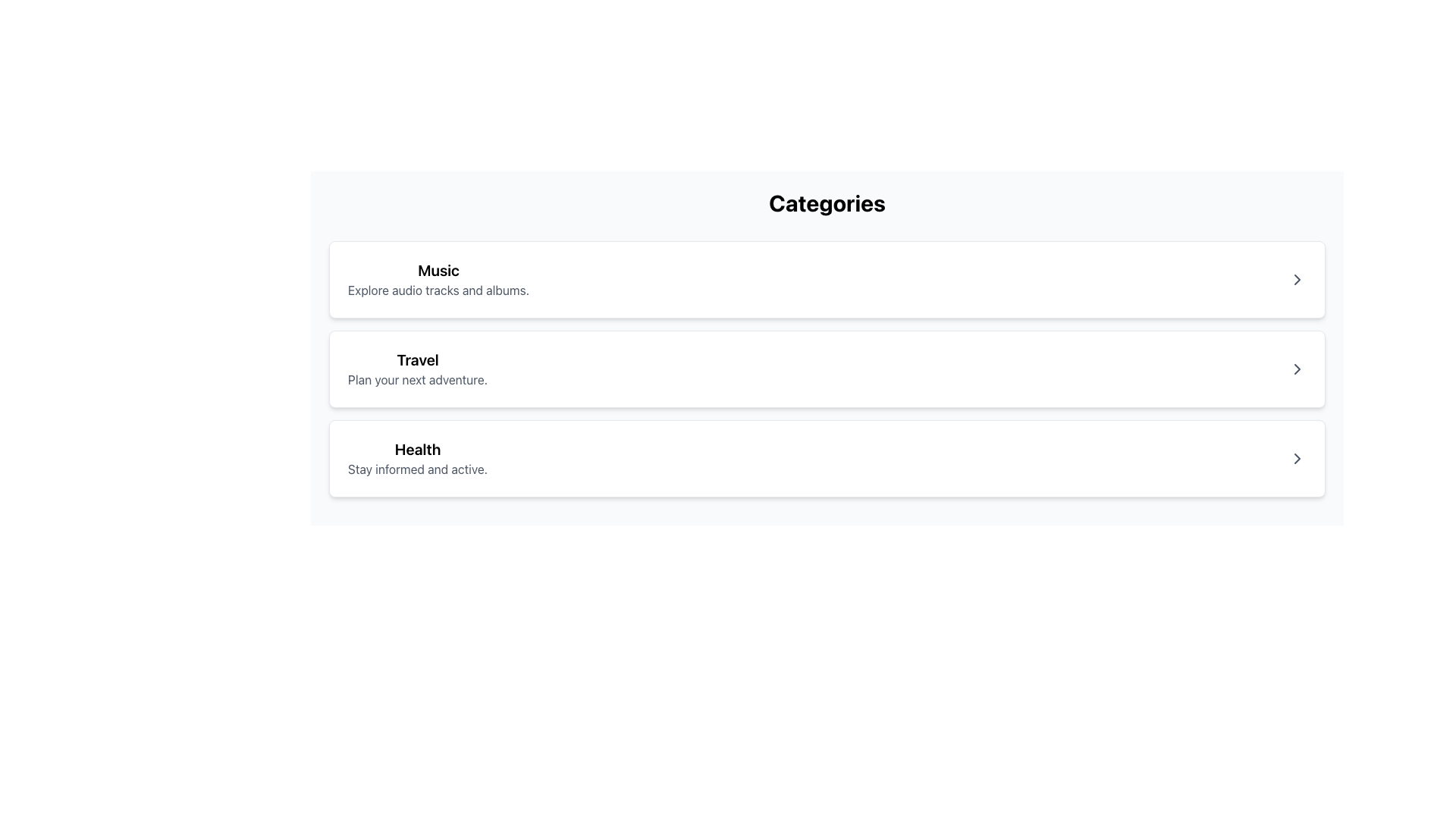 This screenshot has width=1456, height=819. Describe the element at coordinates (418, 468) in the screenshot. I see `the text label that says 'Stay informed and active.' located beneath the heading 'Health' in the third card of the vertical list` at that location.